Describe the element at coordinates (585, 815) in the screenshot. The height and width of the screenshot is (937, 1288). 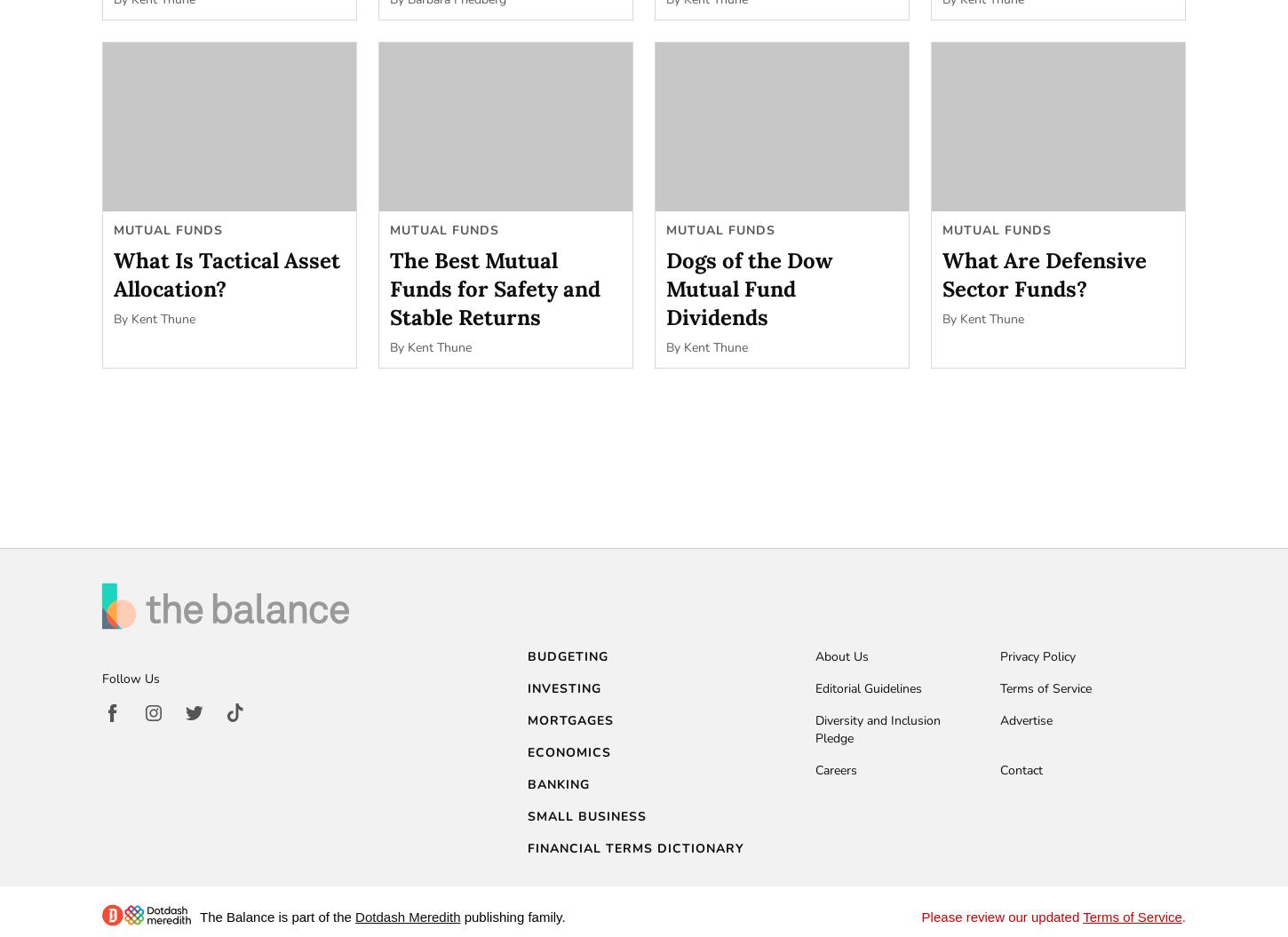
I see `'Small Business'` at that location.